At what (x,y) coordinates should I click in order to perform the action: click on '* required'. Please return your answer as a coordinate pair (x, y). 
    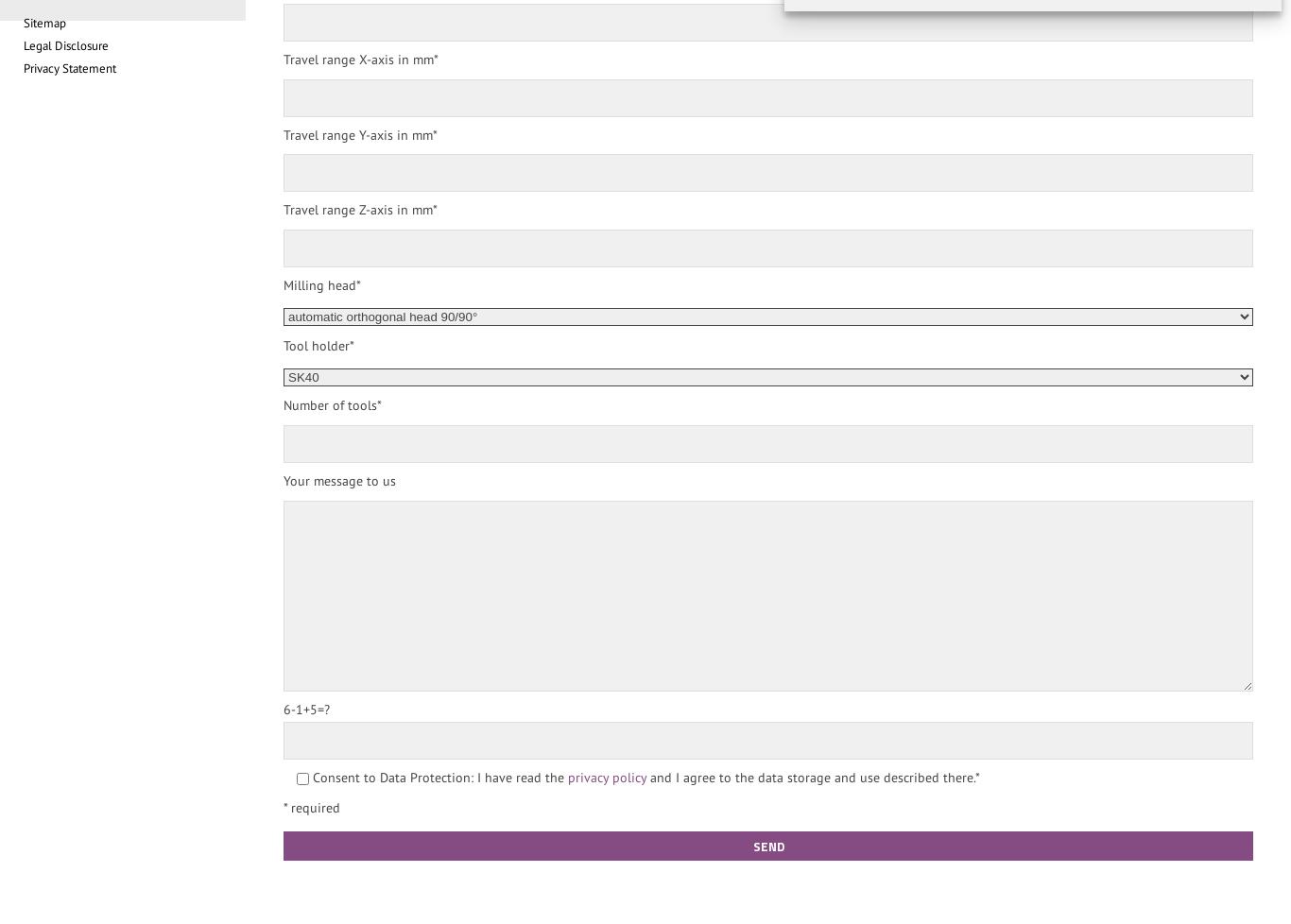
    Looking at the image, I should click on (312, 805).